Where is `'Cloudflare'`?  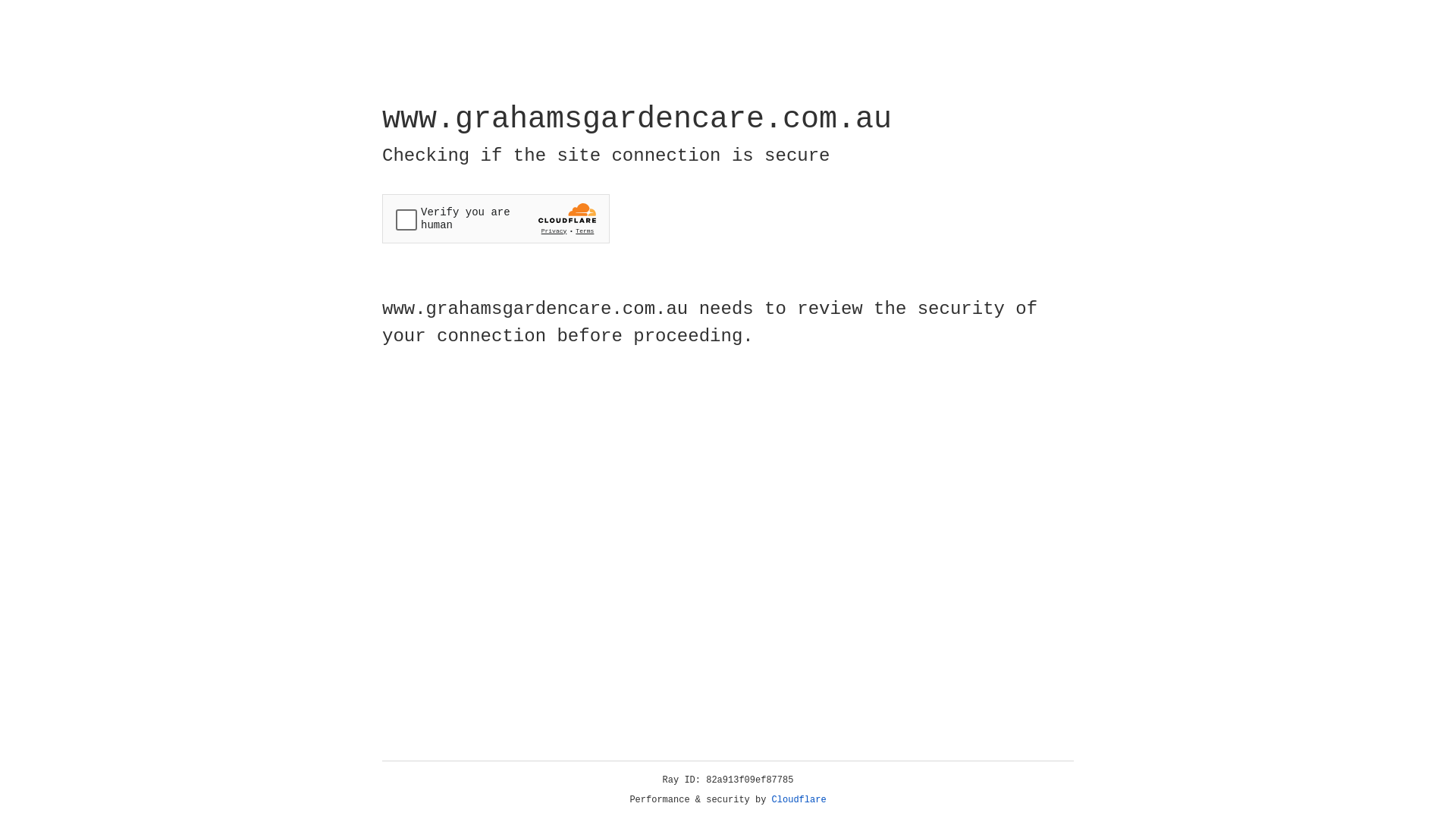 'Cloudflare' is located at coordinates (799, 799).